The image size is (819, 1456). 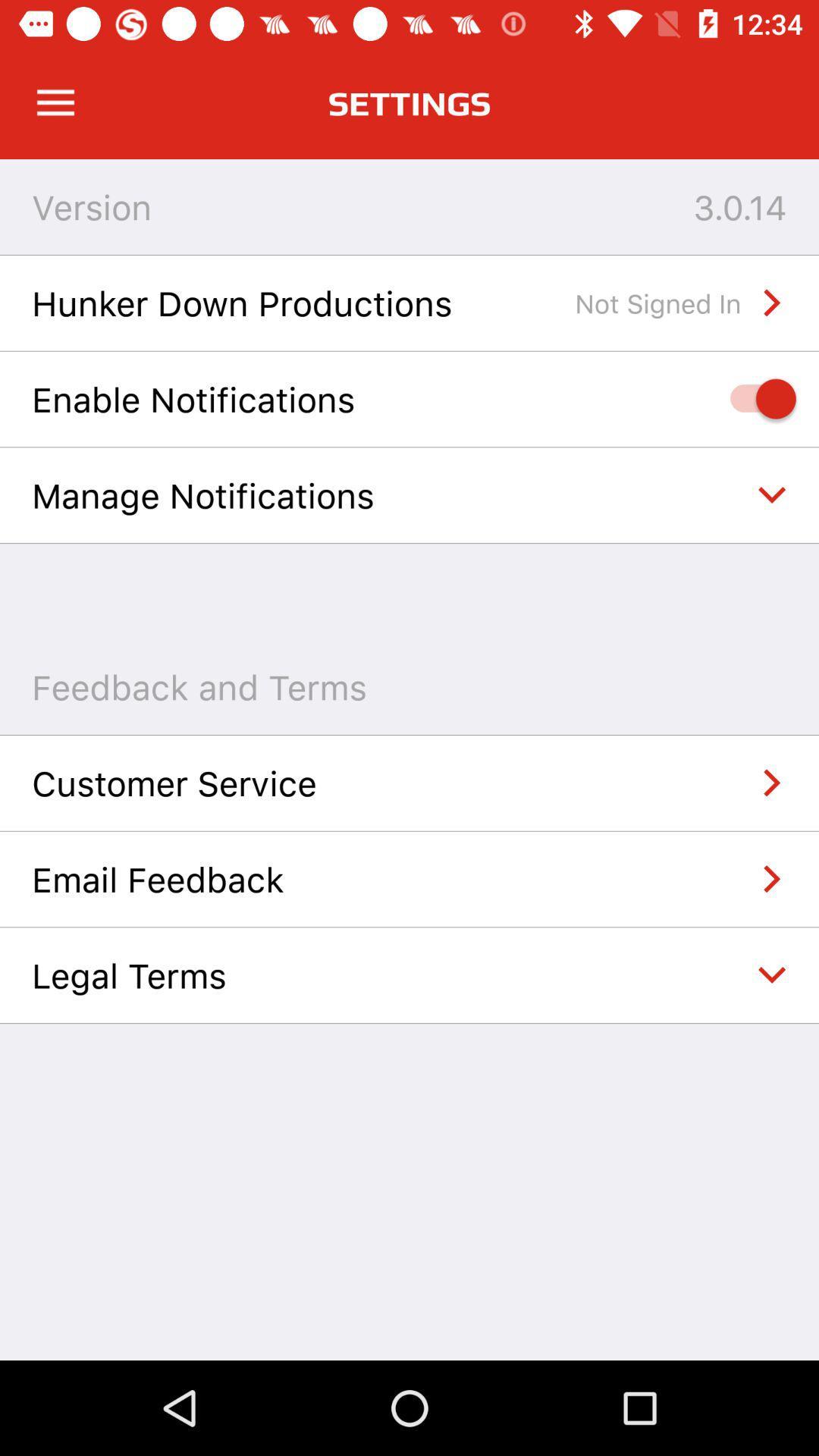 What do you see at coordinates (755, 399) in the screenshot?
I see `enable notifications option` at bounding box center [755, 399].